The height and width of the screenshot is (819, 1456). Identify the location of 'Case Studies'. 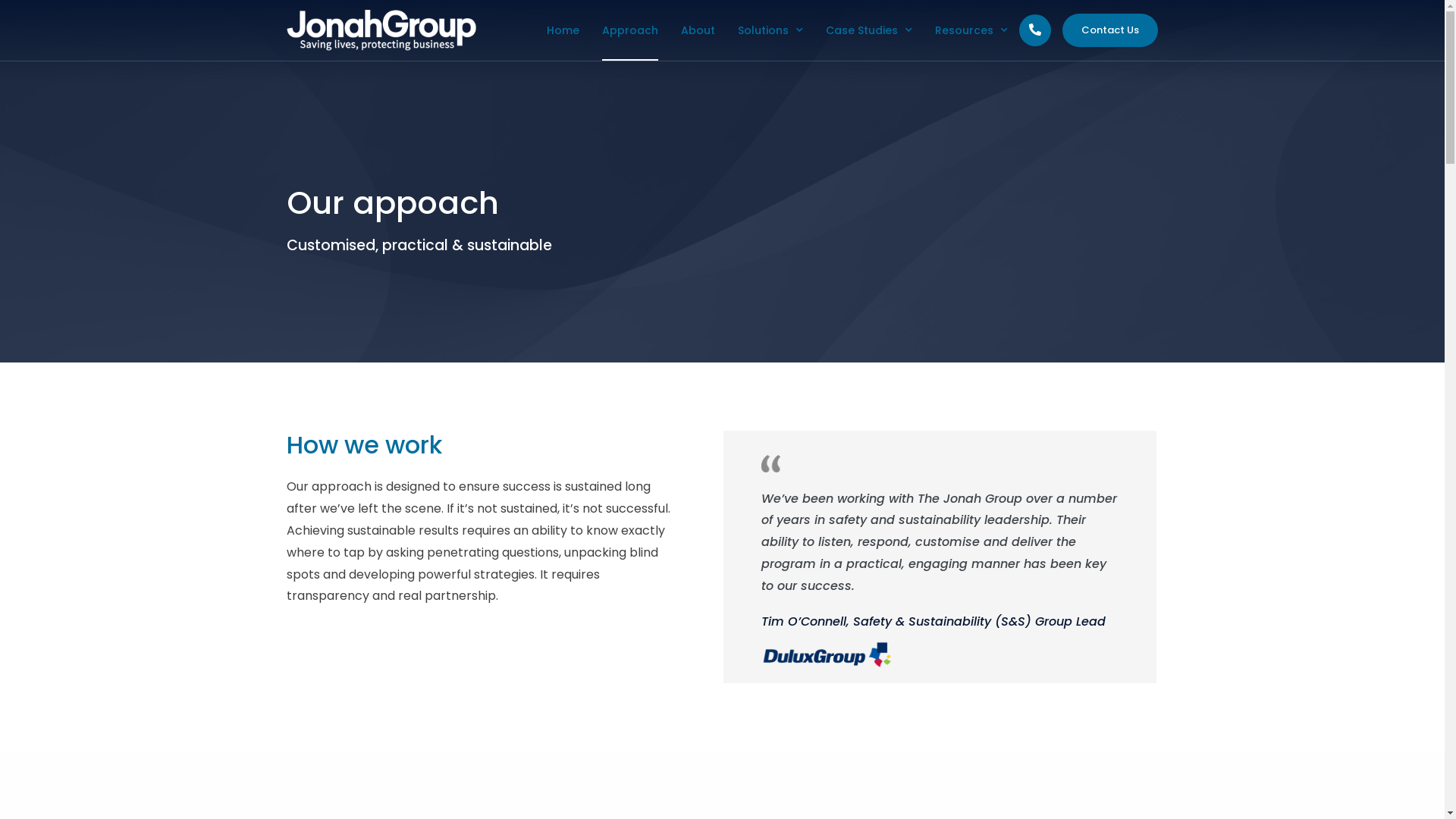
(869, 30).